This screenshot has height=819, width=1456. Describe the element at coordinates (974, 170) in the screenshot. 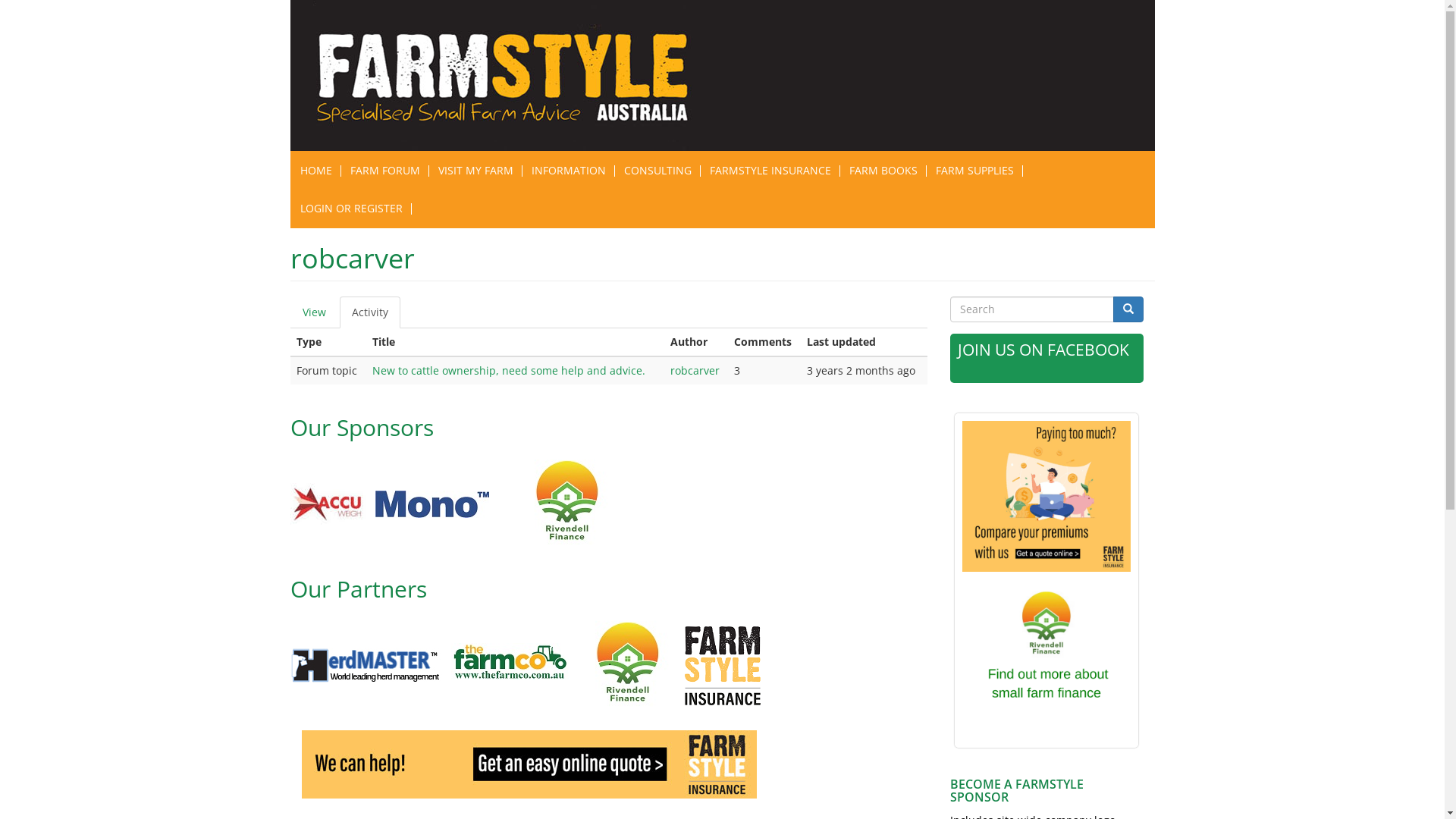

I see `'FARM SUPPLIES'` at that location.